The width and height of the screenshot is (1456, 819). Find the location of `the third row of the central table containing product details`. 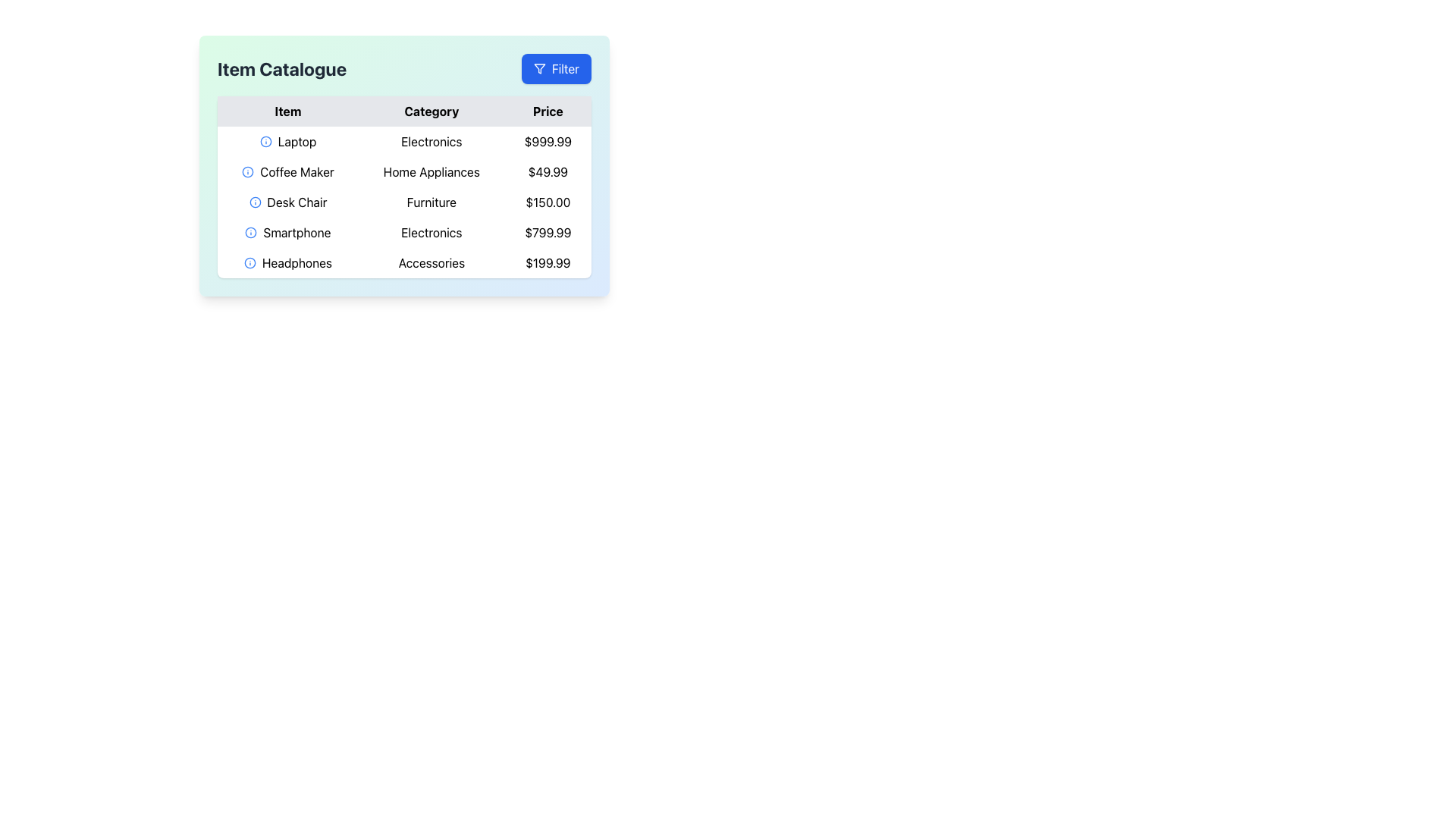

the third row of the central table containing product details is located at coordinates (404, 201).